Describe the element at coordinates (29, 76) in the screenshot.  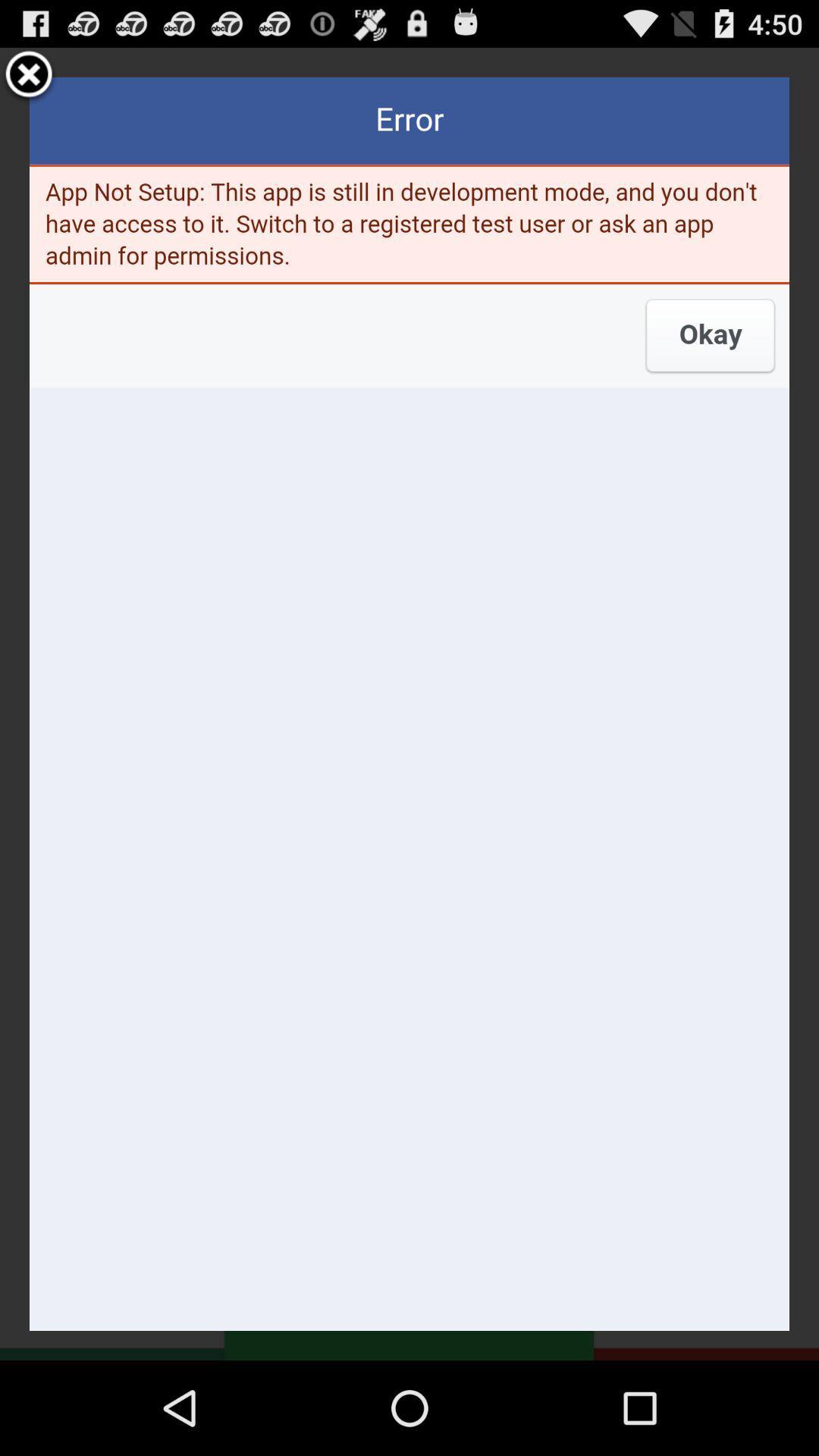
I see `menu` at that location.